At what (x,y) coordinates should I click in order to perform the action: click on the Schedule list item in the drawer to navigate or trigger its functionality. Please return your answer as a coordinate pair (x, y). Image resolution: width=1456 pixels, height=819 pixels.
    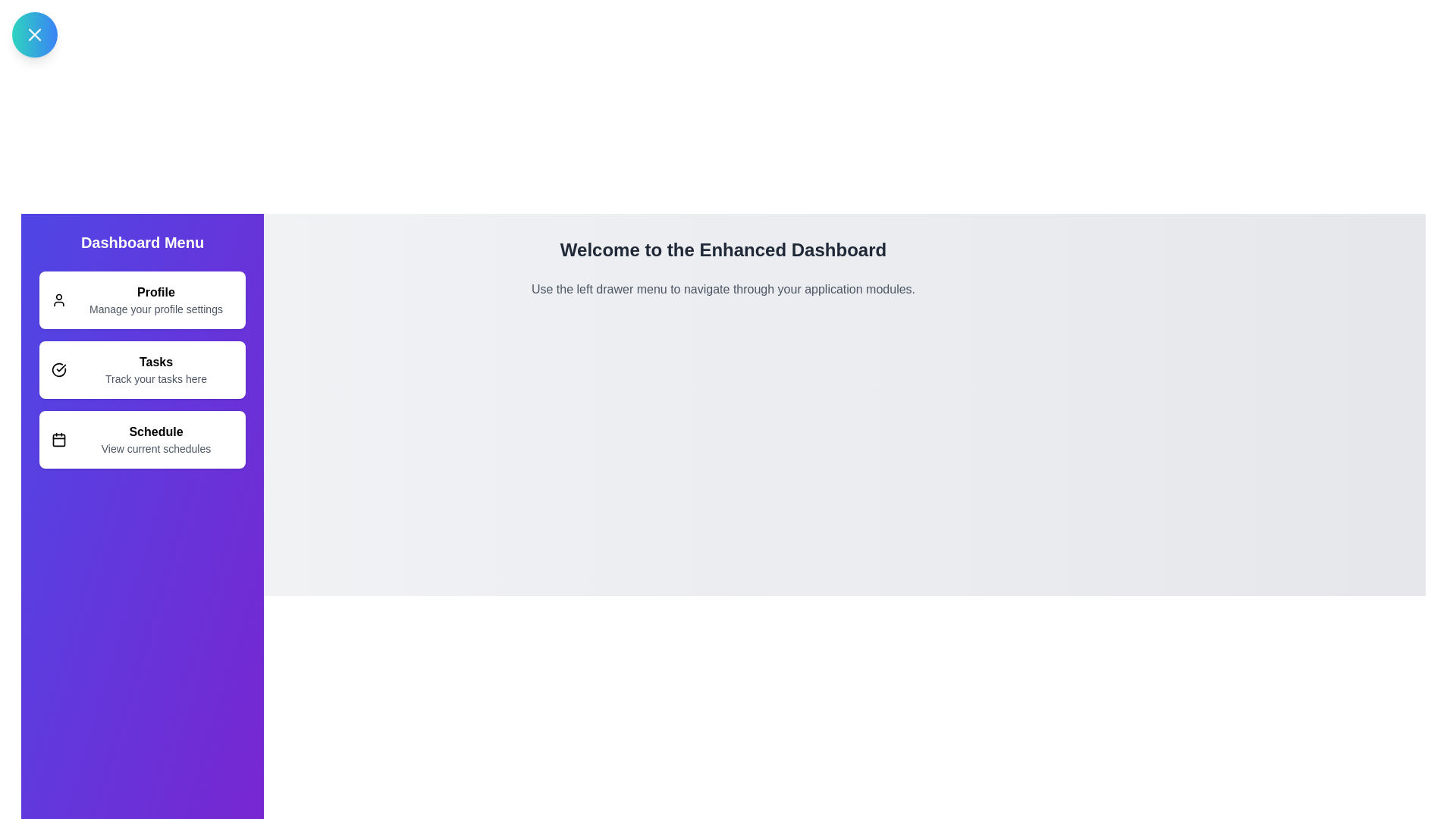
    Looking at the image, I should click on (142, 439).